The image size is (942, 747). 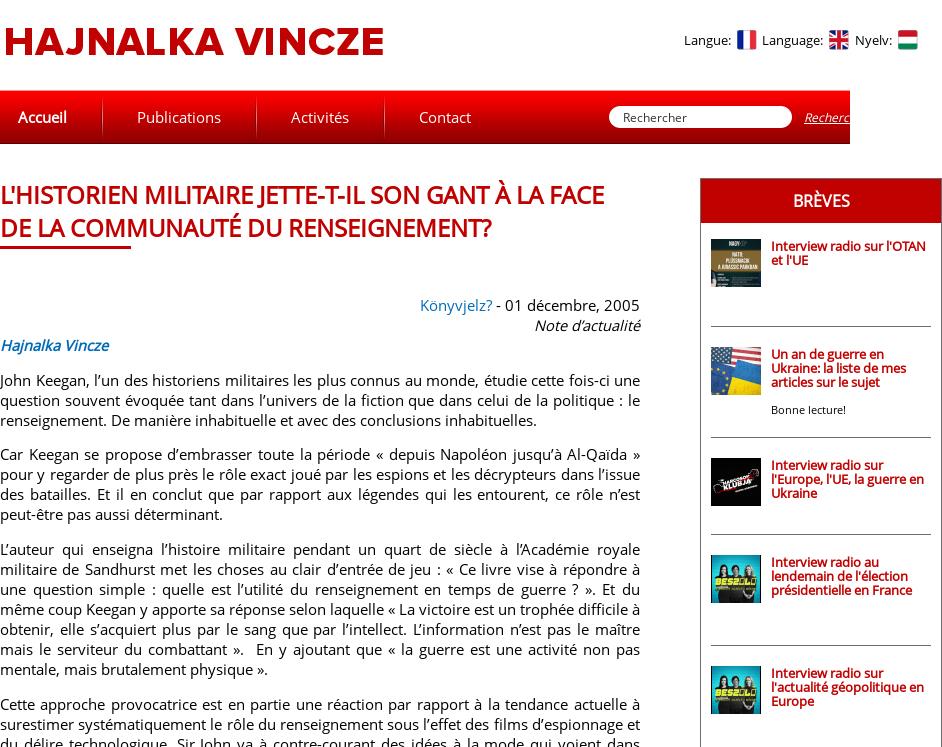 I want to click on 'Nyelv:', so click(x=876, y=39).